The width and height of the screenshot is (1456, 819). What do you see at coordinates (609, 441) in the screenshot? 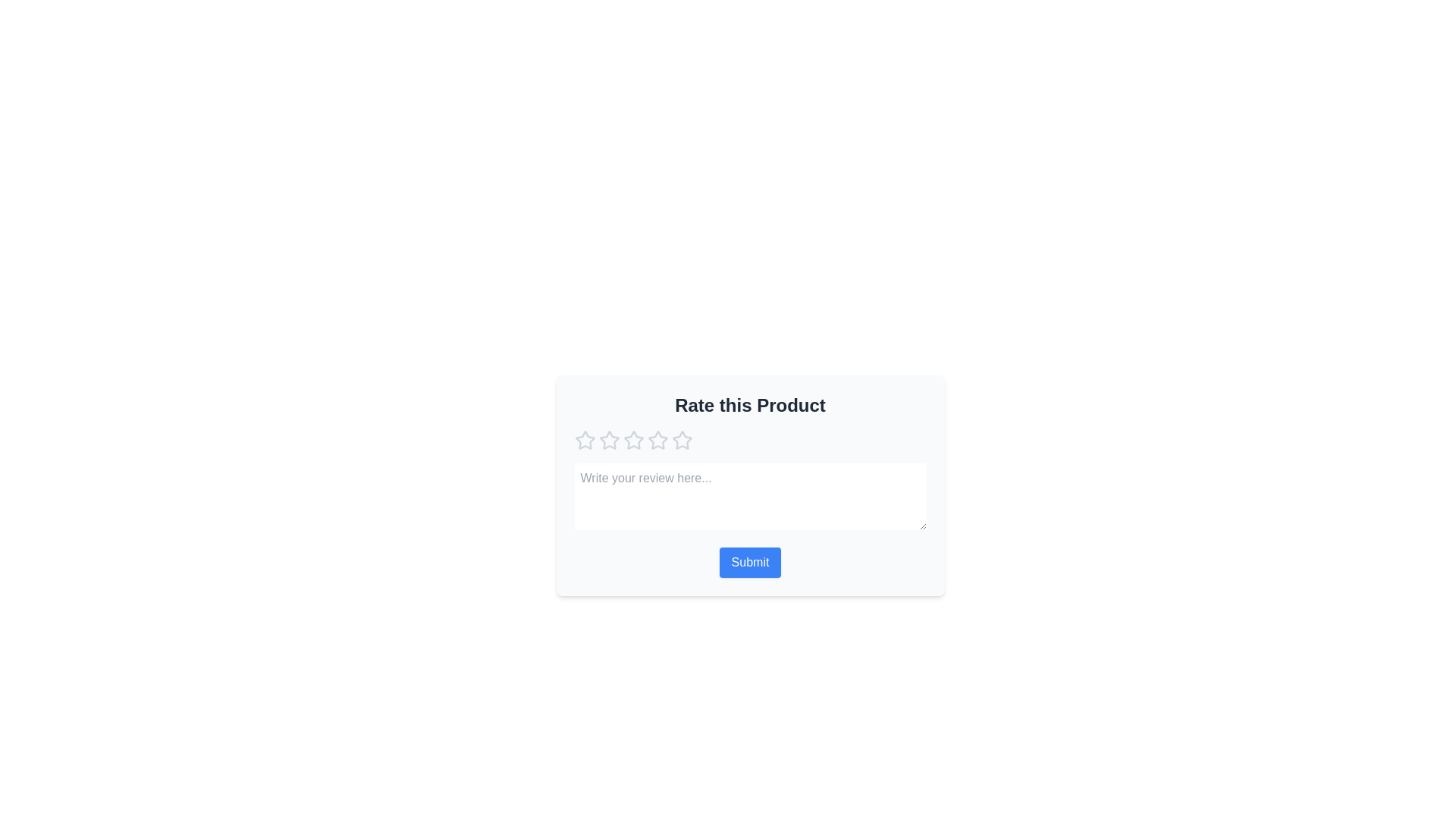
I see `the star corresponding to 2 stars to set the rating` at bounding box center [609, 441].